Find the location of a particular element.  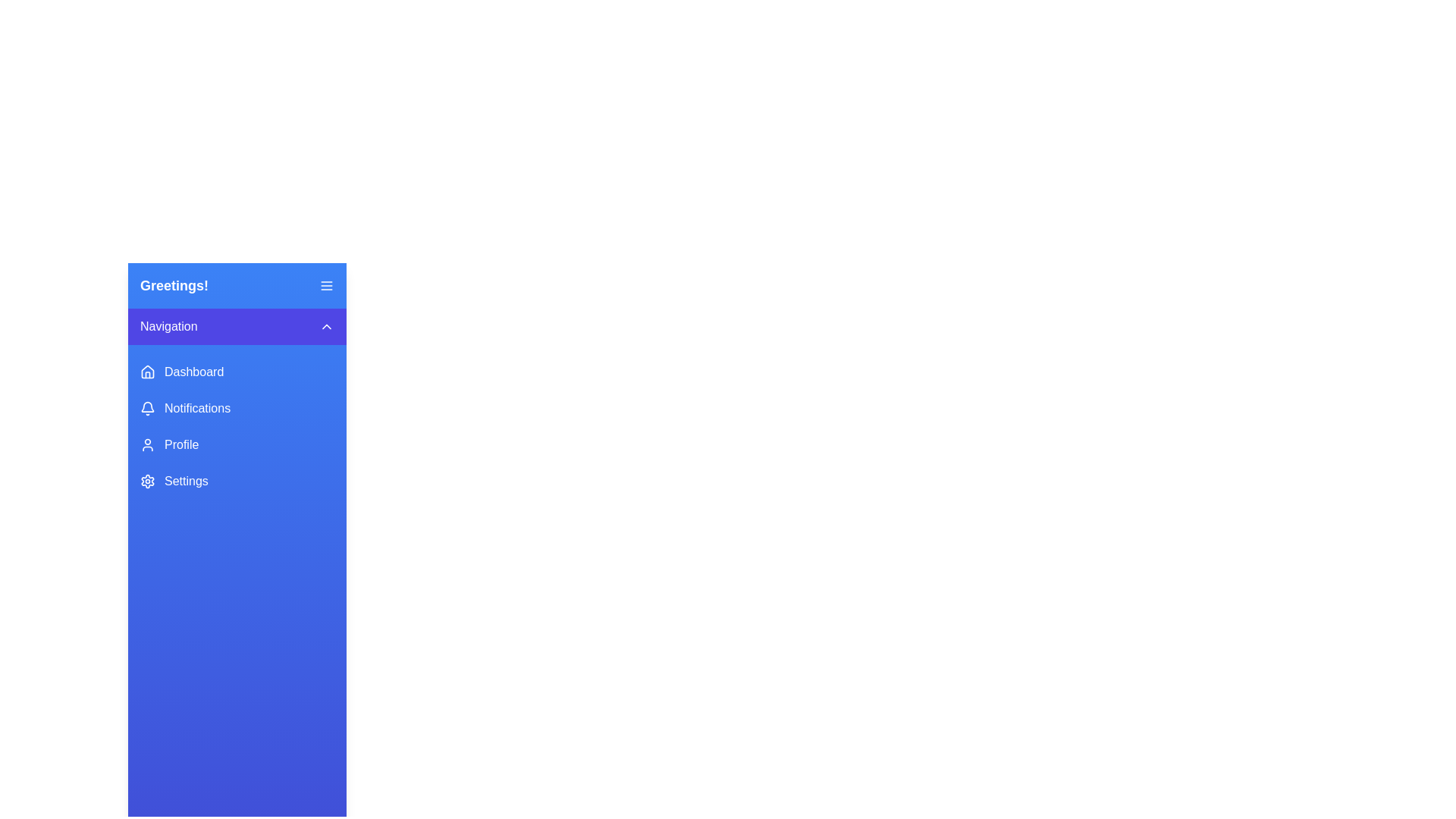

the House icon in the vertical navigation menu that represents the 'Dashboard' section is located at coordinates (148, 371).